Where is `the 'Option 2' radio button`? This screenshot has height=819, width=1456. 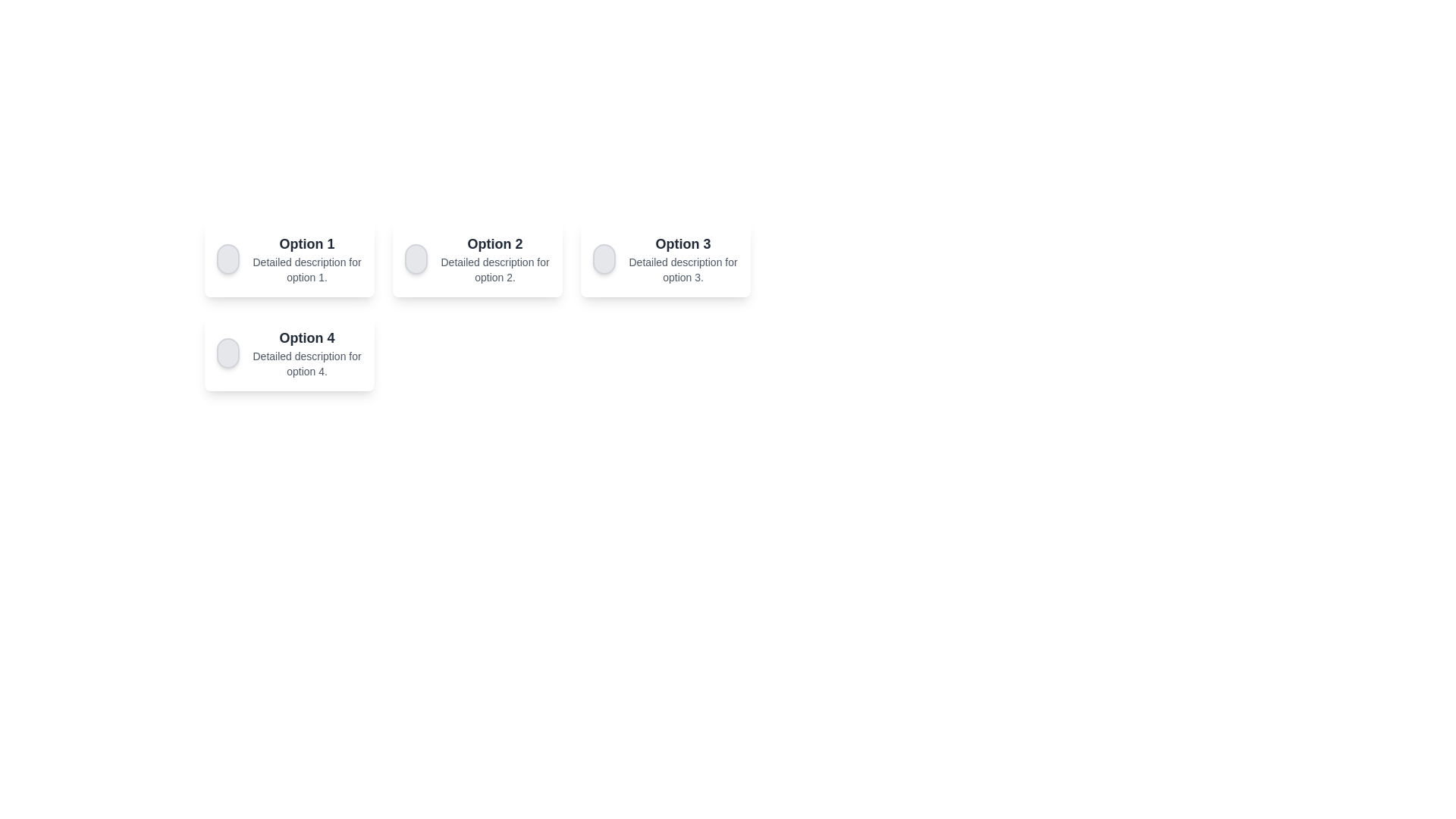 the 'Option 2' radio button is located at coordinates (416, 259).